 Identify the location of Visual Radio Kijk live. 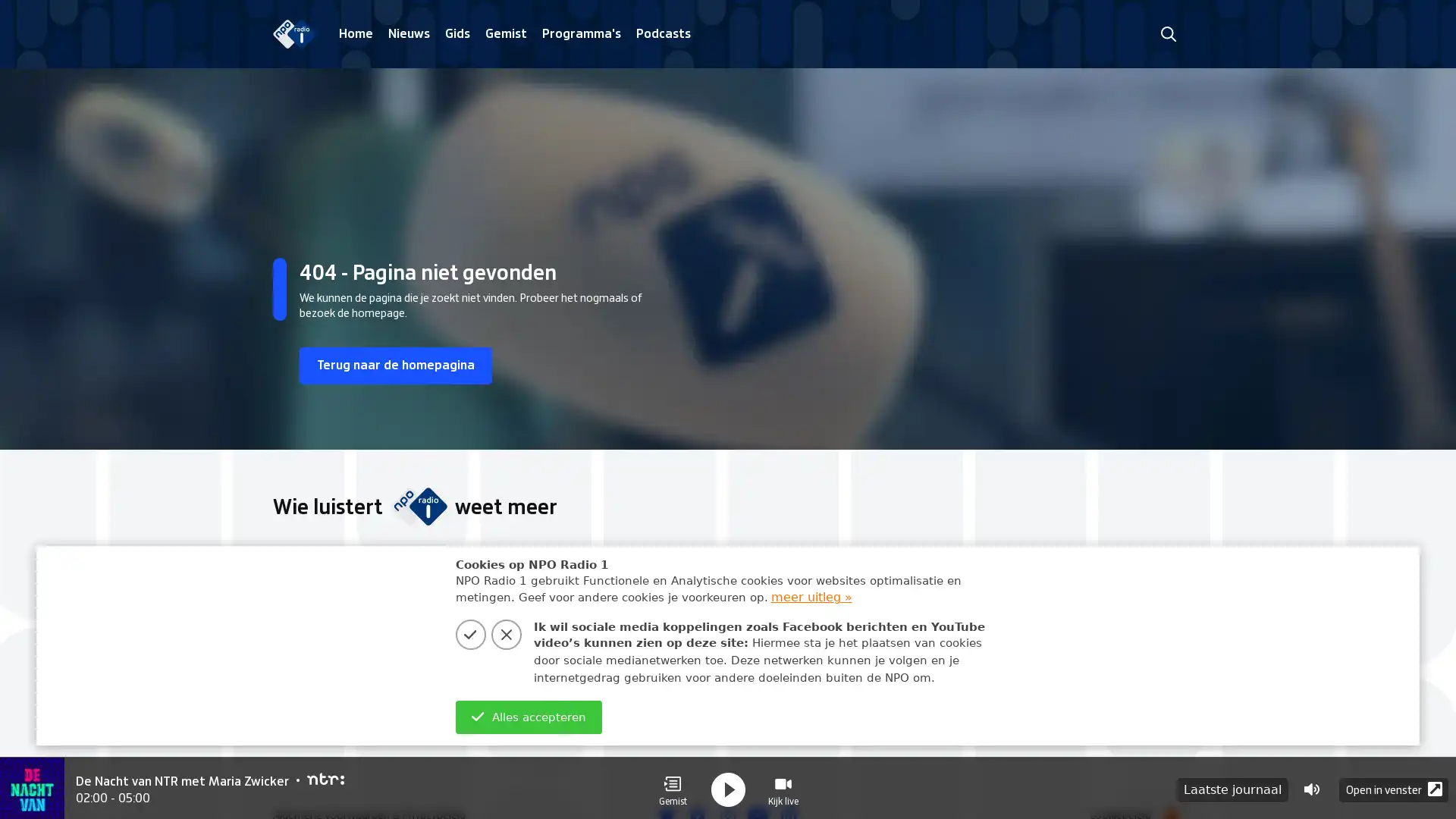
(783, 786).